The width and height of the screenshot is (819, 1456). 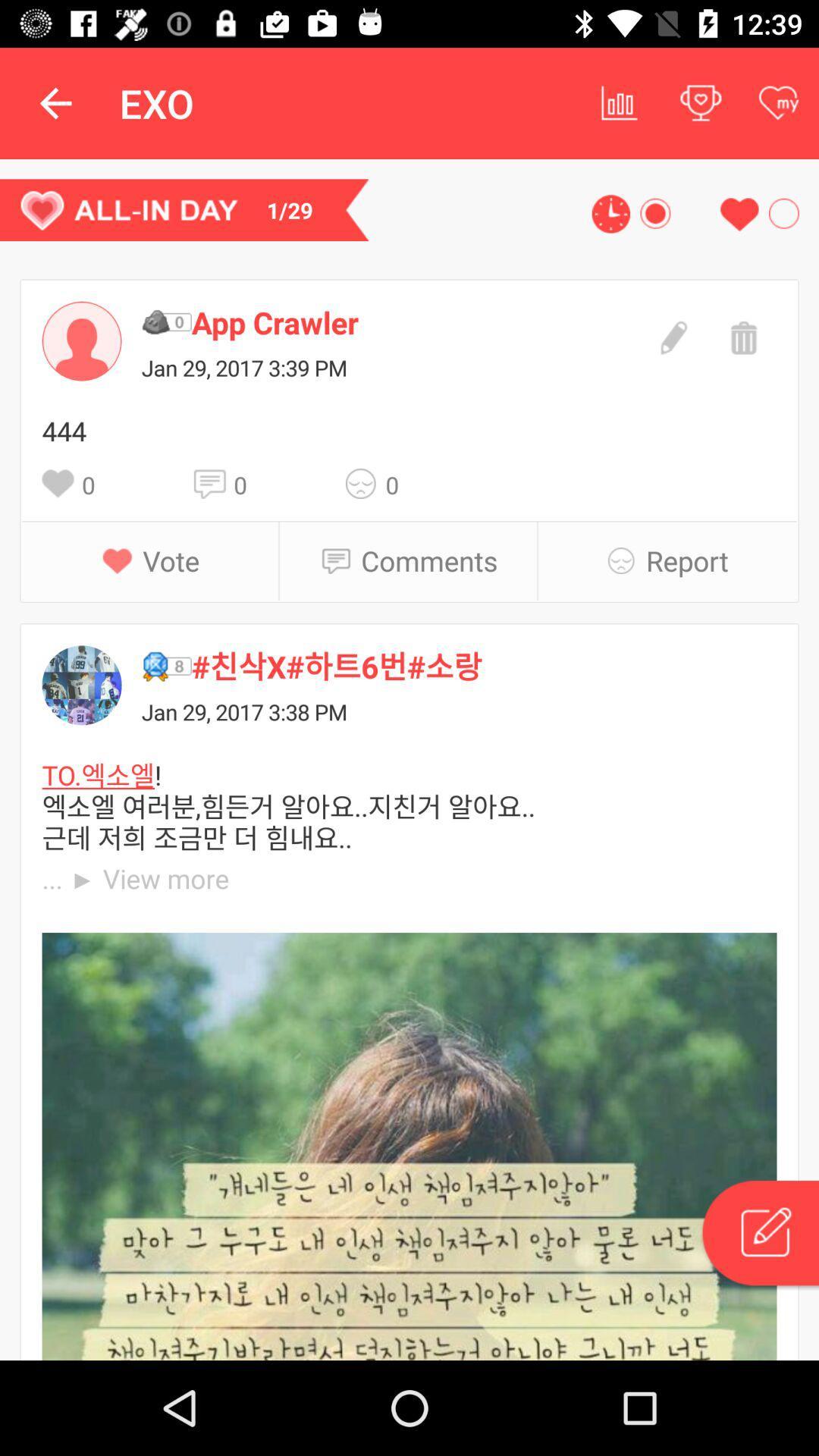 What do you see at coordinates (610, 213) in the screenshot?
I see `the icon next to the 1/29` at bounding box center [610, 213].